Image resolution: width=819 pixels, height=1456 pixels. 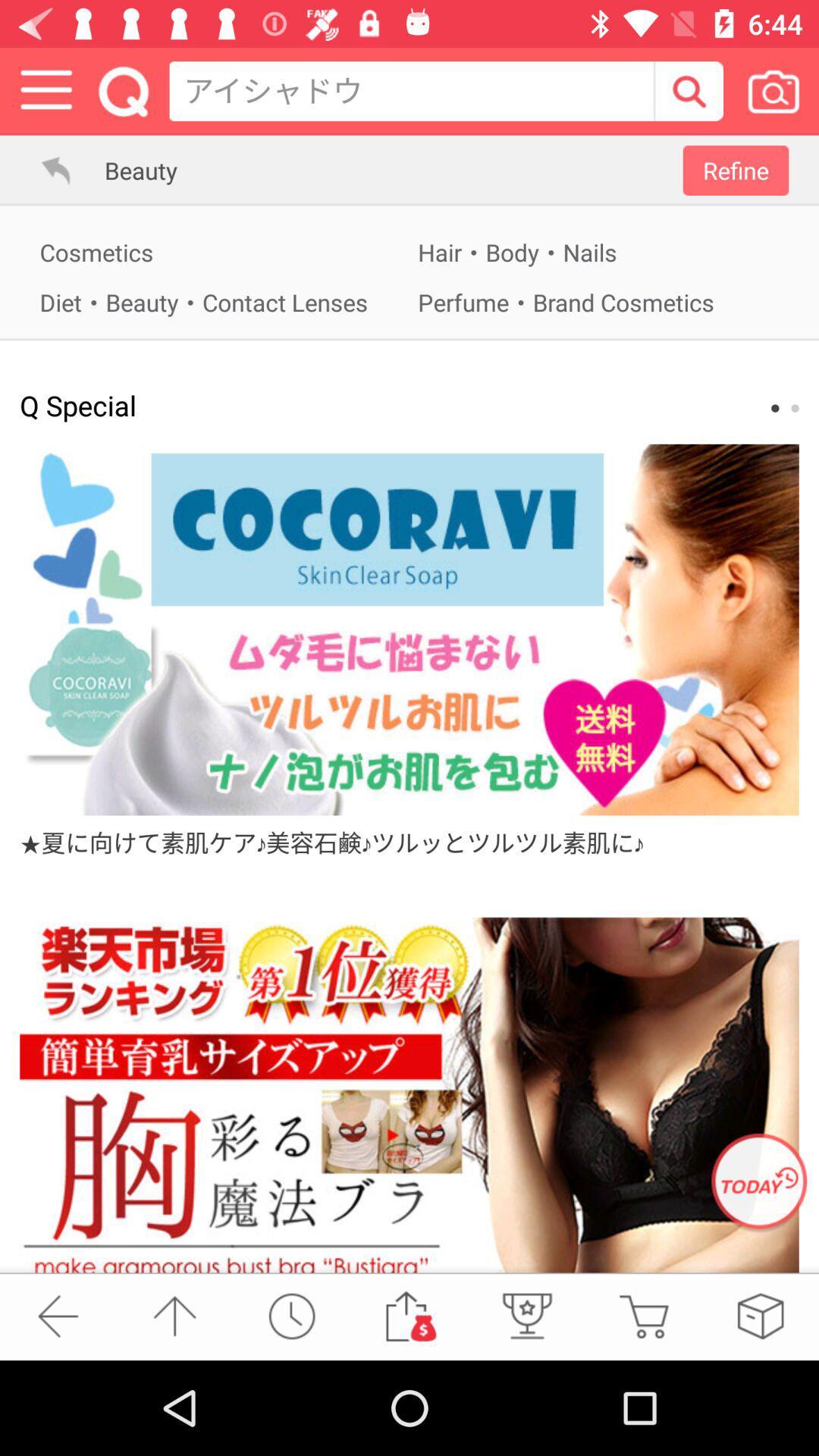 I want to click on the menu button at top left, so click(x=45, y=90).